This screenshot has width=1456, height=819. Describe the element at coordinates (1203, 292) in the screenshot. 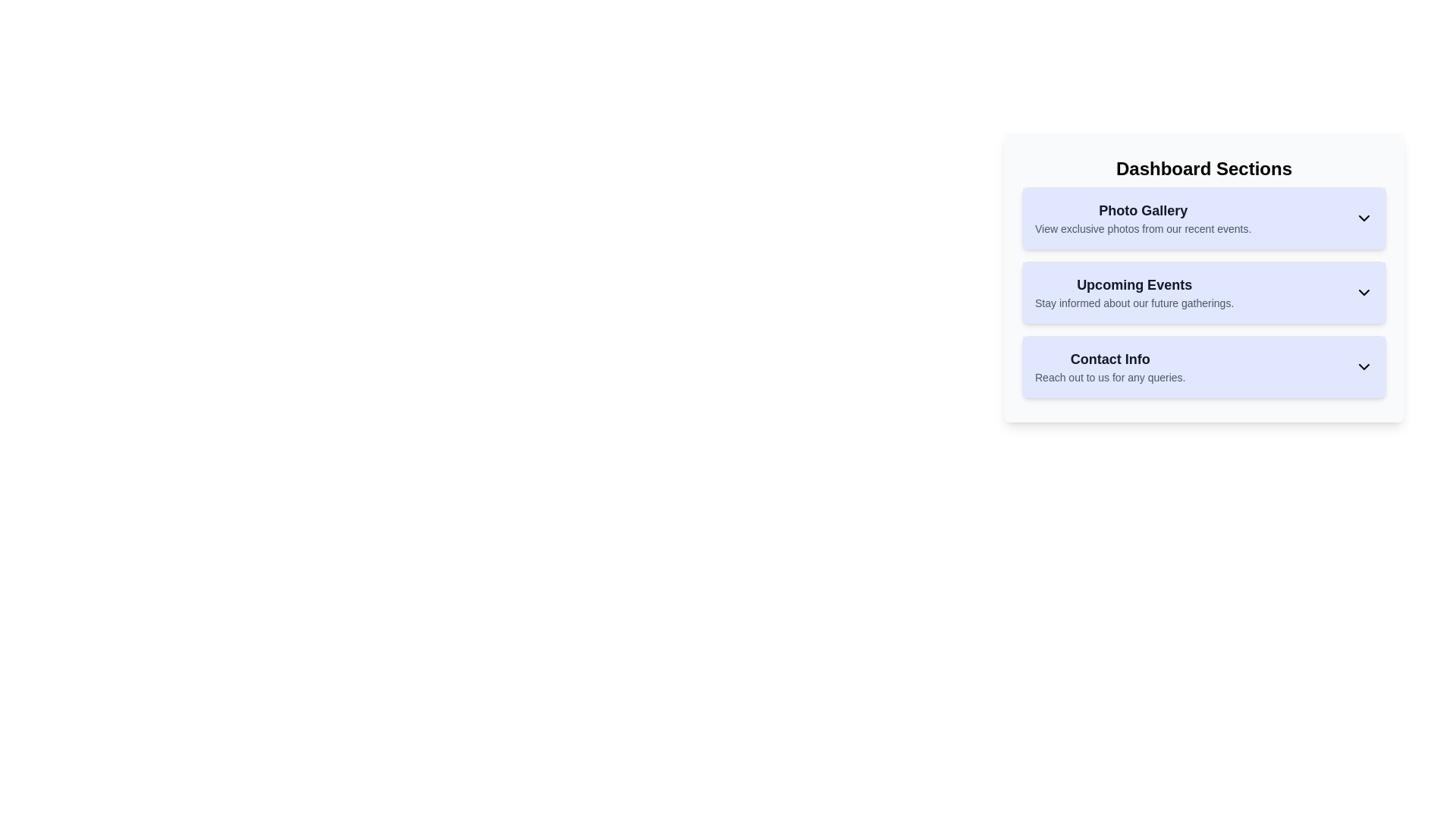

I see `the 'Upcoming Events' card` at that location.